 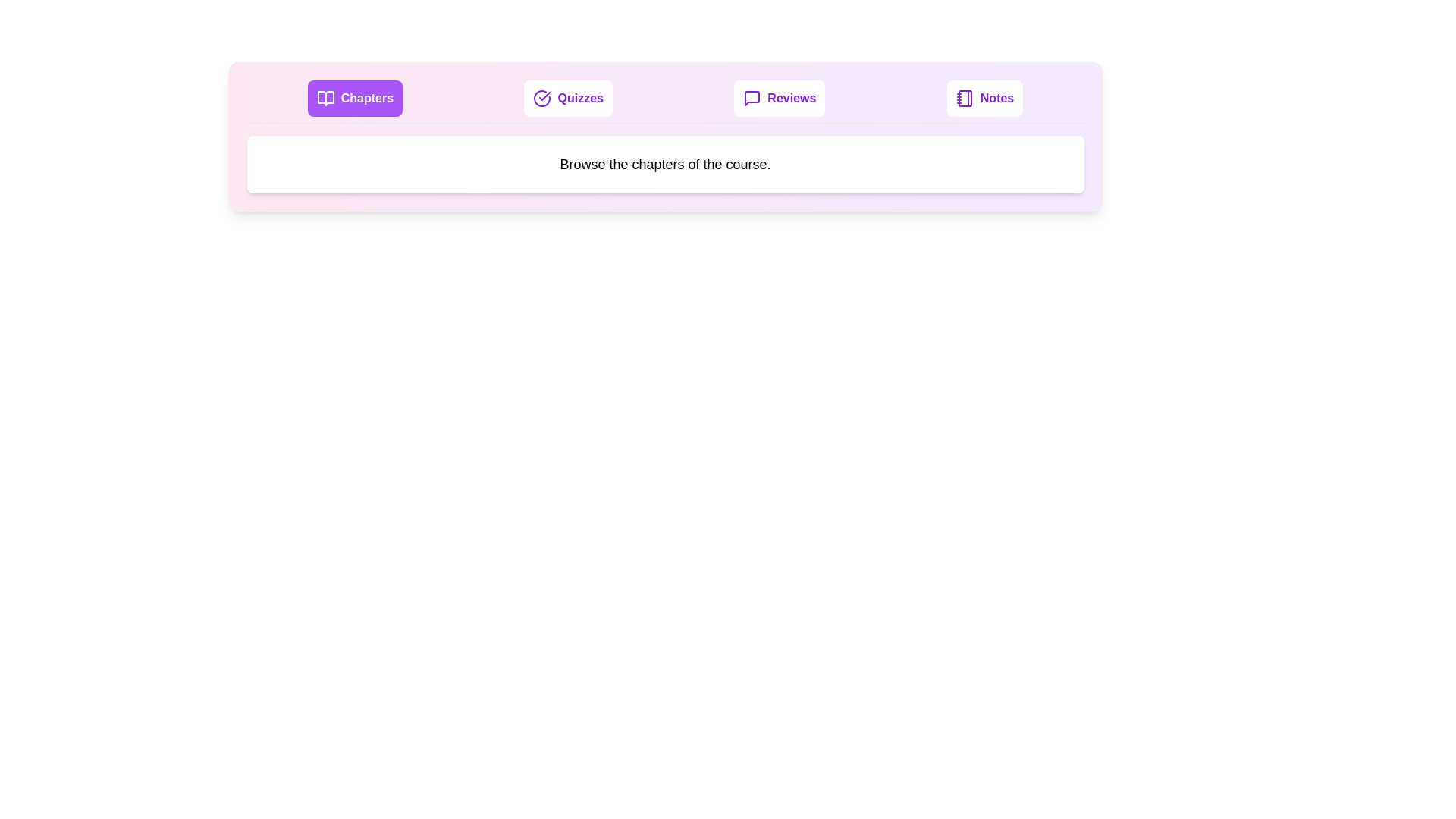 What do you see at coordinates (780, 99) in the screenshot?
I see `the Reviews tab` at bounding box center [780, 99].